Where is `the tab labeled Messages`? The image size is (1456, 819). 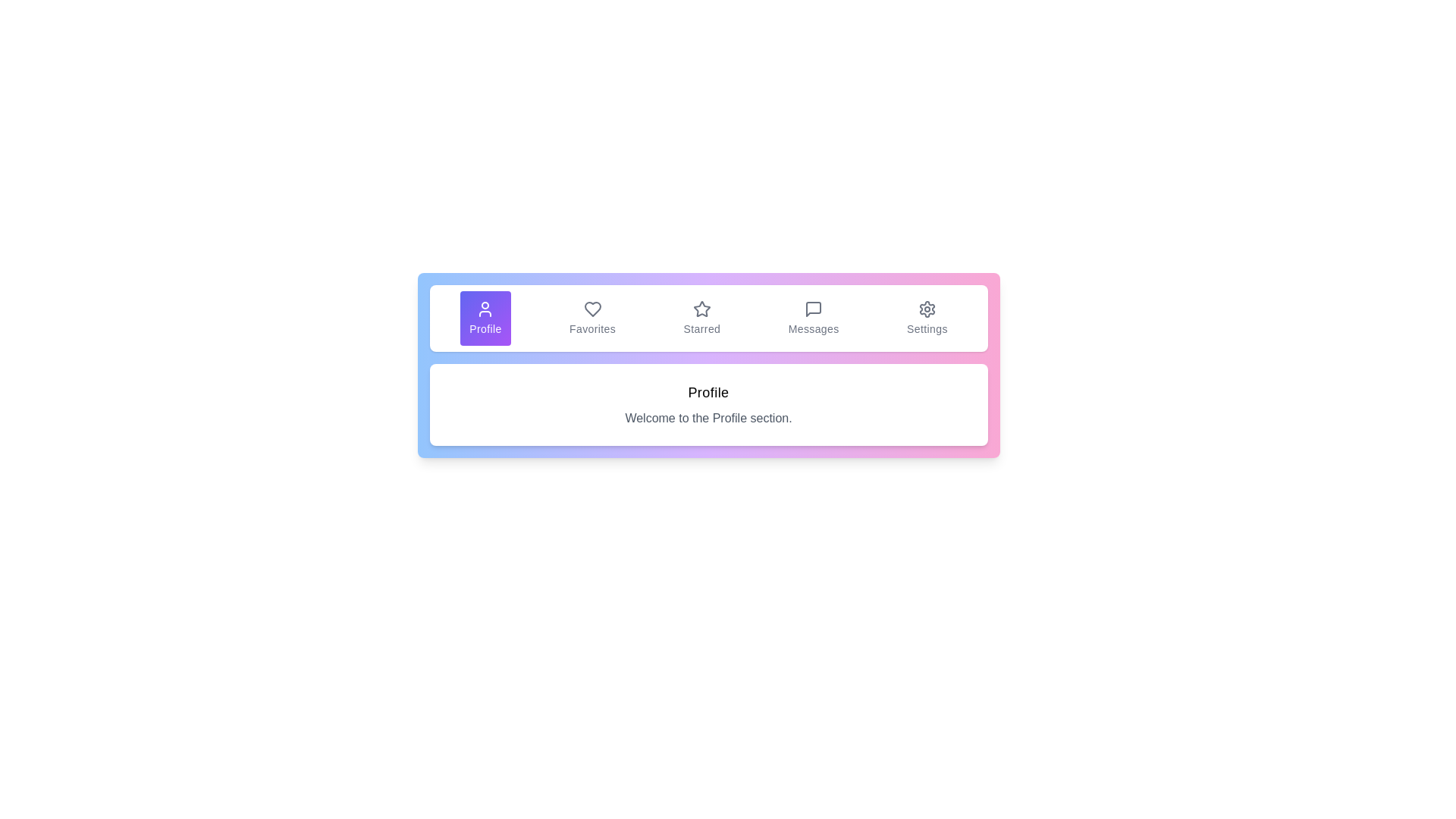
the tab labeled Messages is located at coordinates (813, 318).